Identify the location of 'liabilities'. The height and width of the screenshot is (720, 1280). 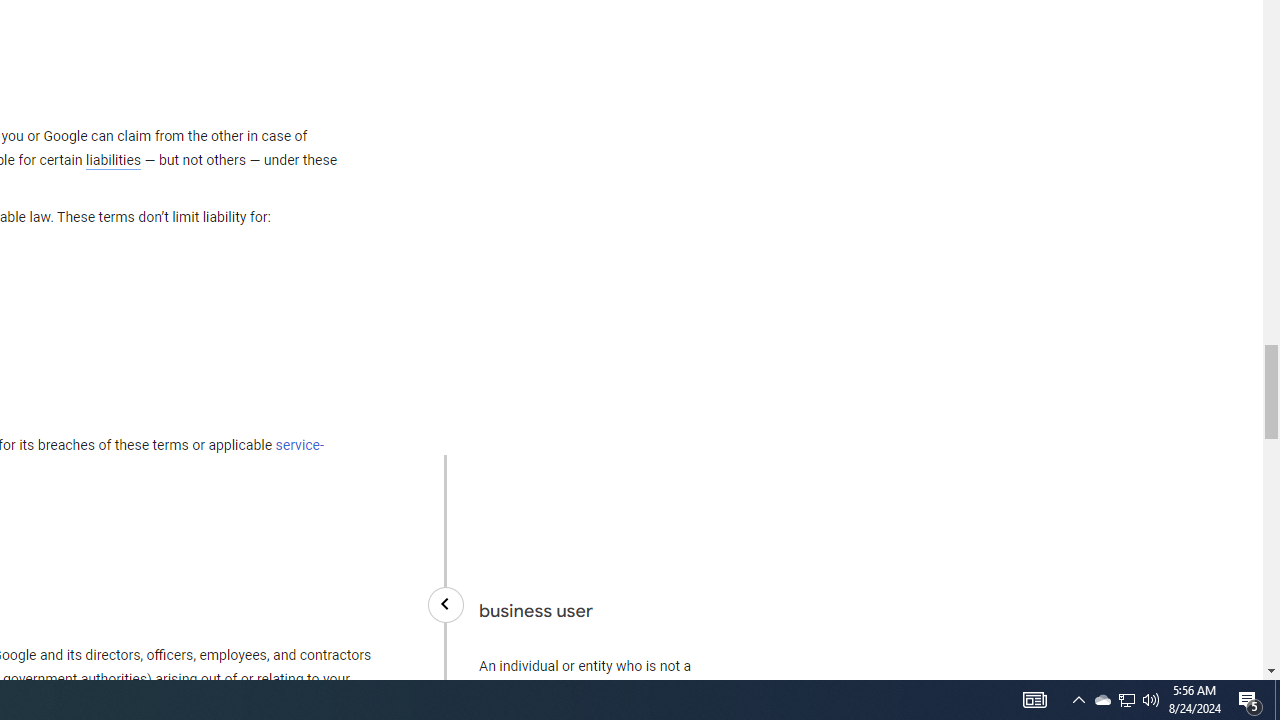
(112, 159).